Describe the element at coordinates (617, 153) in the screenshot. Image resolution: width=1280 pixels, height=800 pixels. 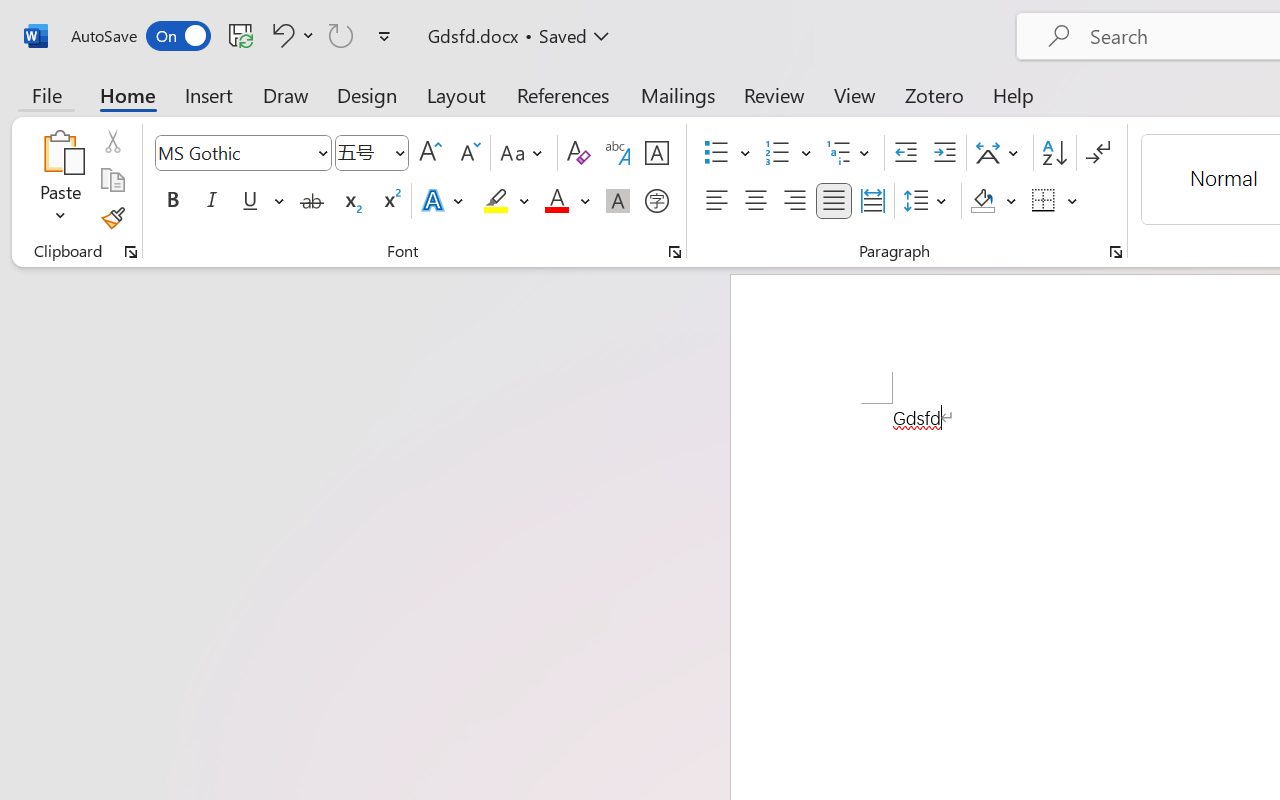
I see `'Phonetic Guide...'` at that location.